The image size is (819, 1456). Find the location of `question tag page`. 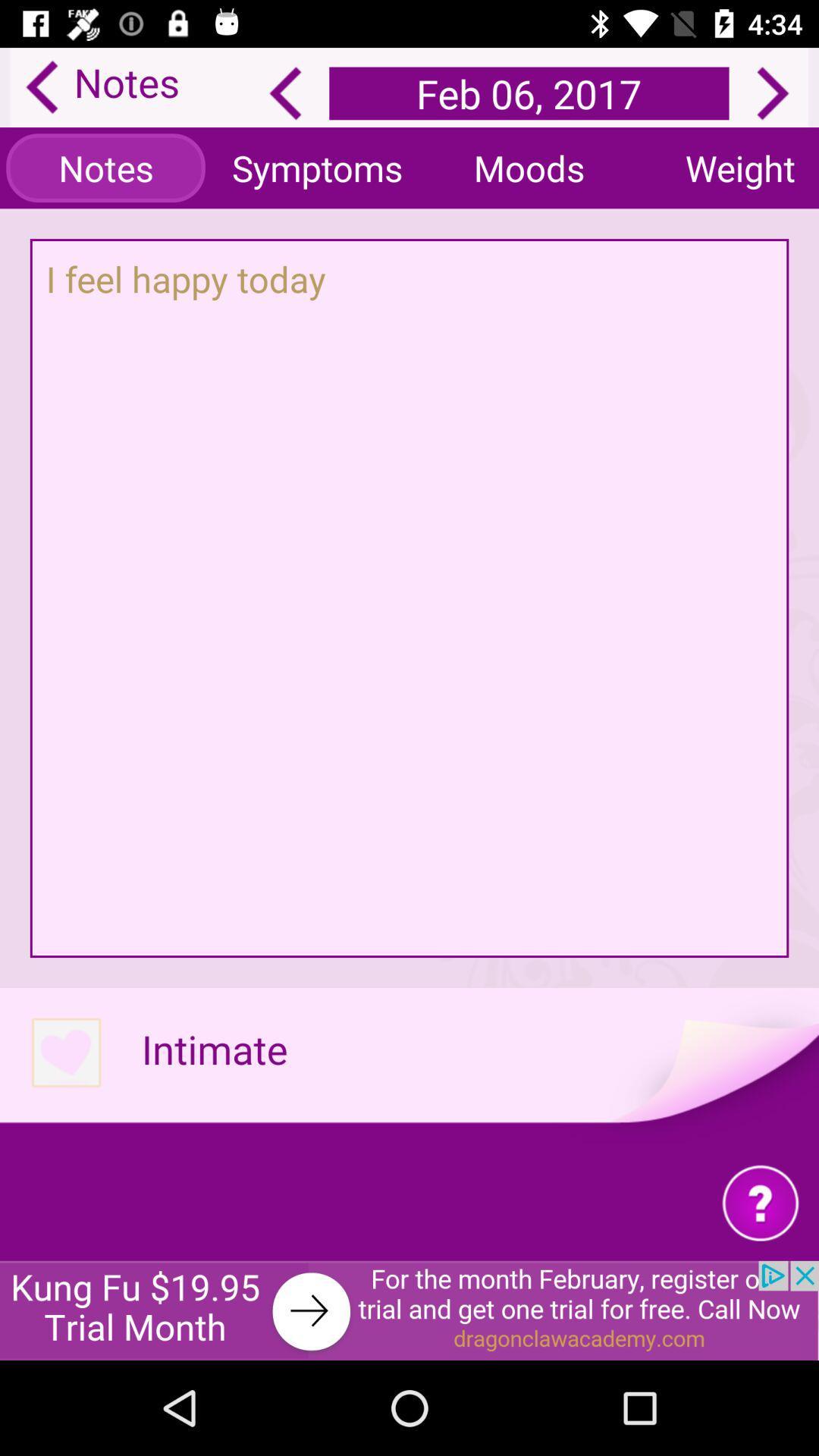

question tag page is located at coordinates (761, 1201).